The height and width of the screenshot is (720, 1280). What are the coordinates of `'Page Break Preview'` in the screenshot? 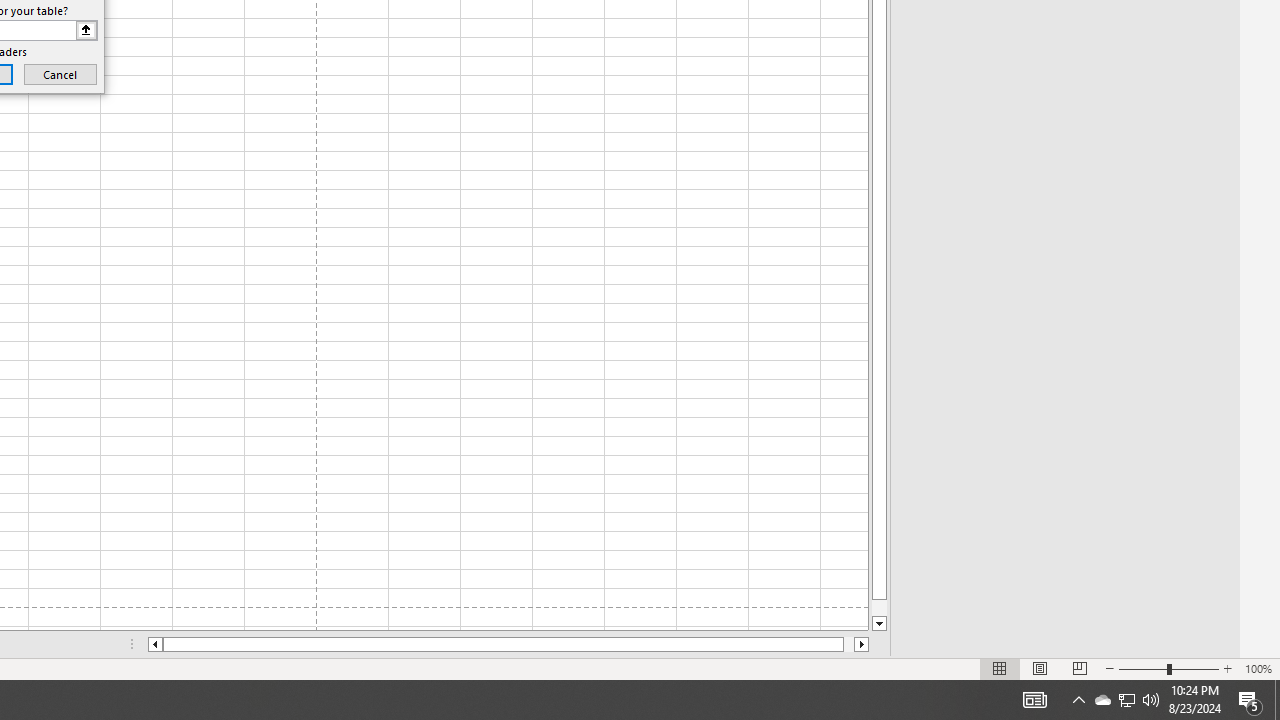 It's located at (1078, 669).